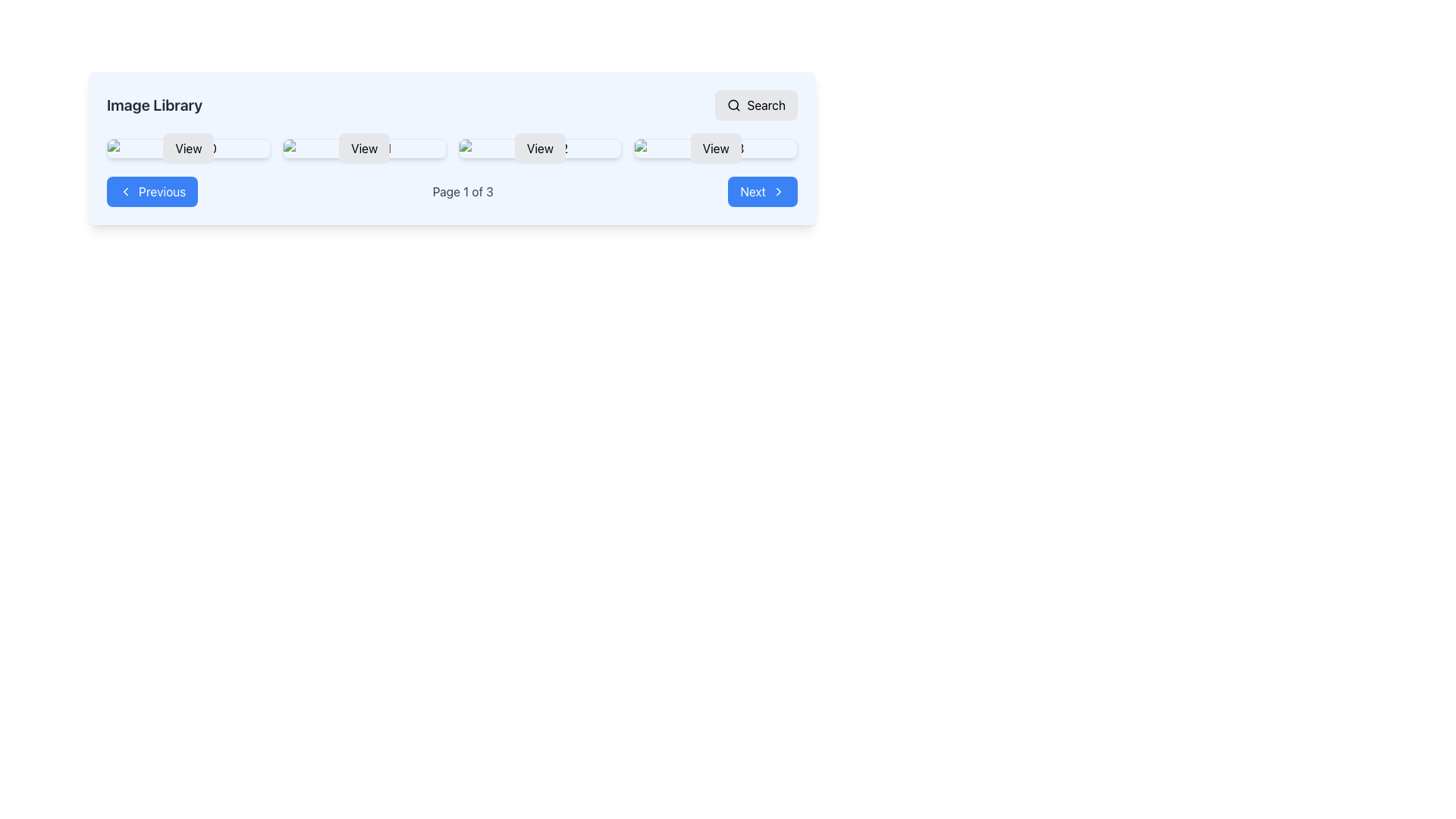  What do you see at coordinates (753, 191) in the screenshot?
I see `the static text indicating the action of moving to the next page, which is part of a navigational interface within a blue rectangular button at the bottom-right corner` at bounding box center [753, 191].